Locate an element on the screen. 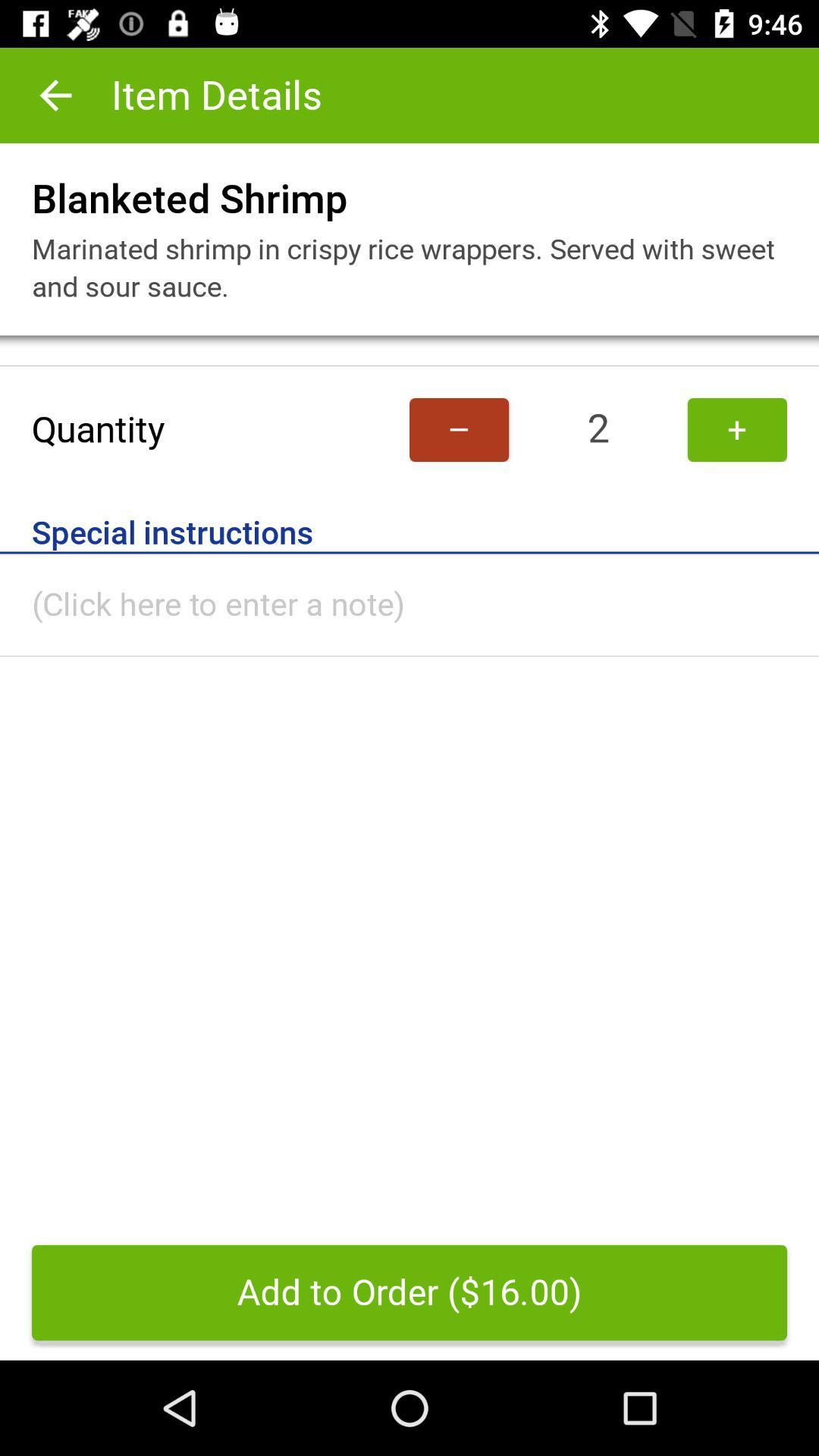 The height and width of the screenshot is (1456, 819). the icon above the blanketed shrimp icon is located at coordinates (55, 94).